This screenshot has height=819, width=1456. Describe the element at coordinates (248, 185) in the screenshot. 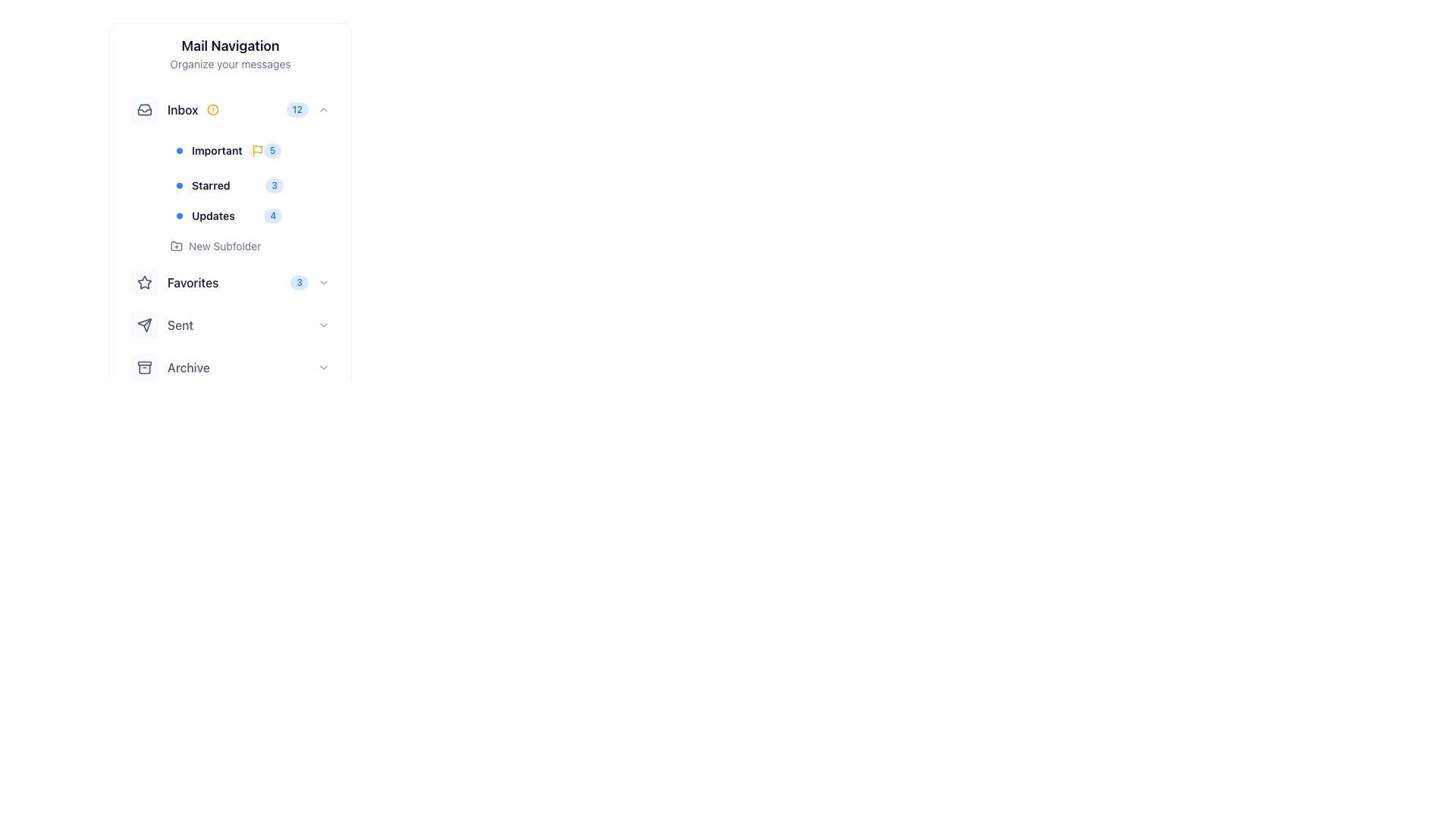

I see `the 'Starred' navigation item in the main navigation menu` at that location.